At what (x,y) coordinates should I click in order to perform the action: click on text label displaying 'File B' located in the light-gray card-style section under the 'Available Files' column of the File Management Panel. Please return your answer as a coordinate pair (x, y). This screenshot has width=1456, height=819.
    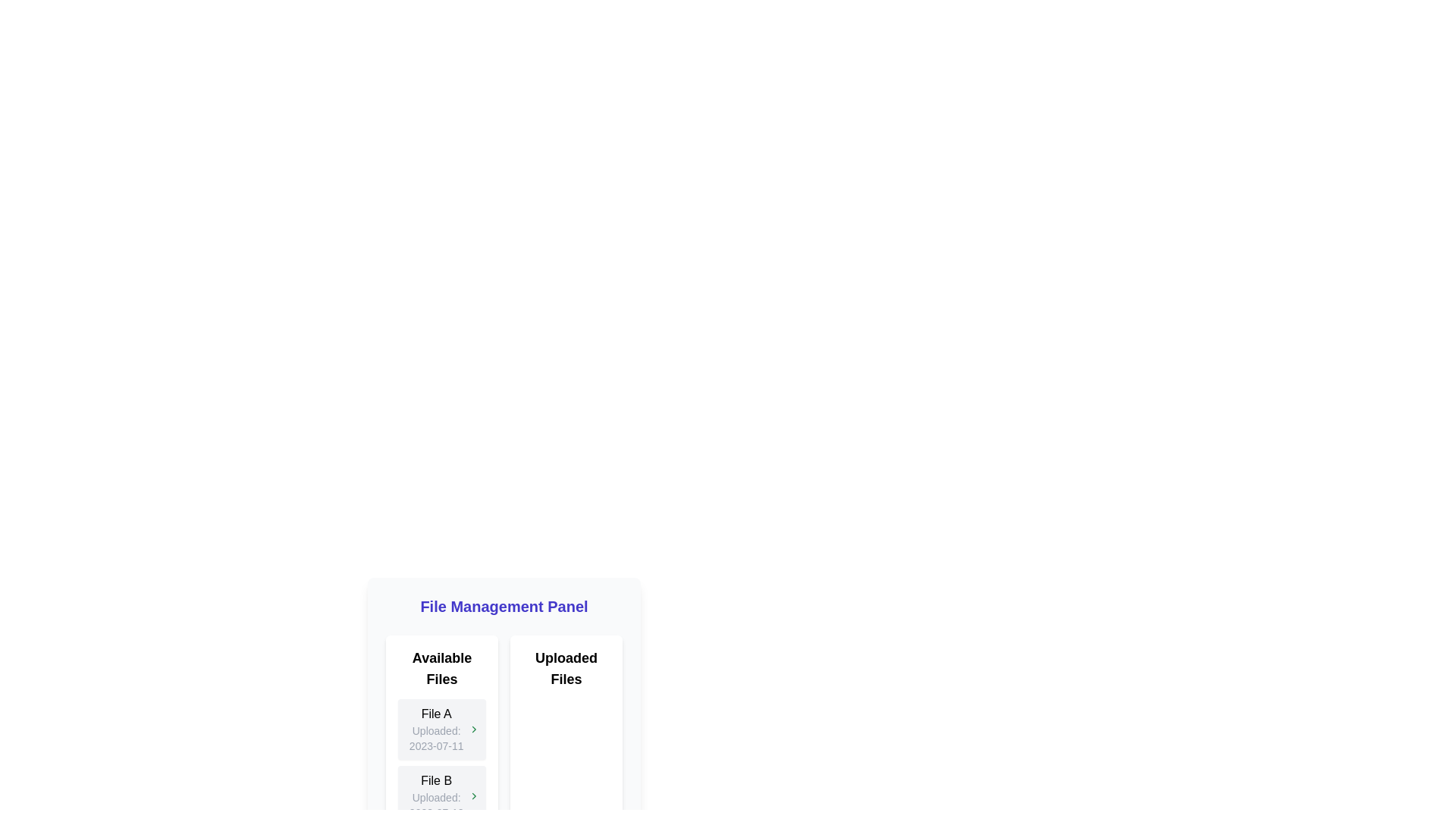
    Looking at the image, I should click on (435, 780).